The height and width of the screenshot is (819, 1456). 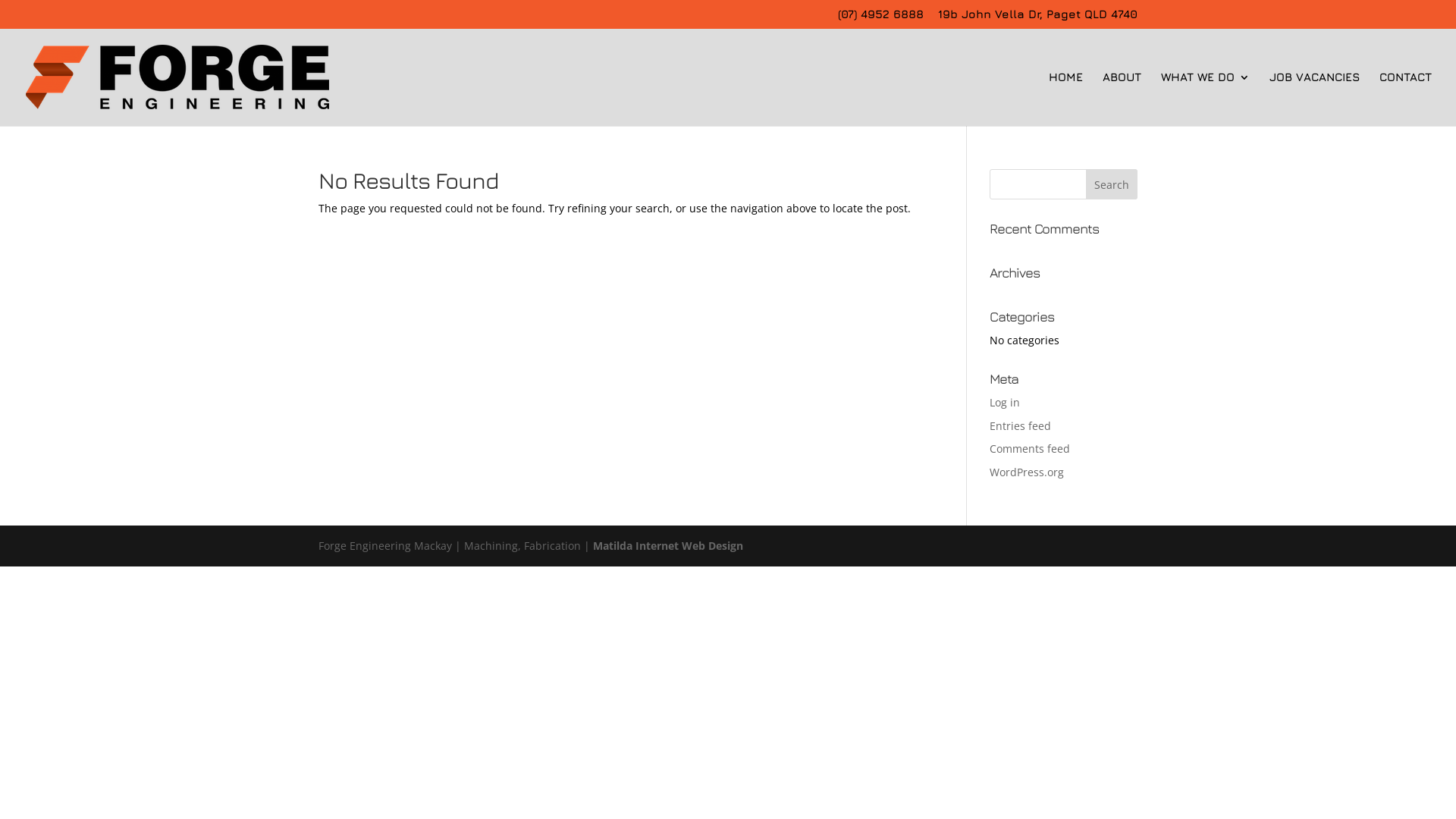 I want to click on 'HOME', so click(x=1065, y=98).